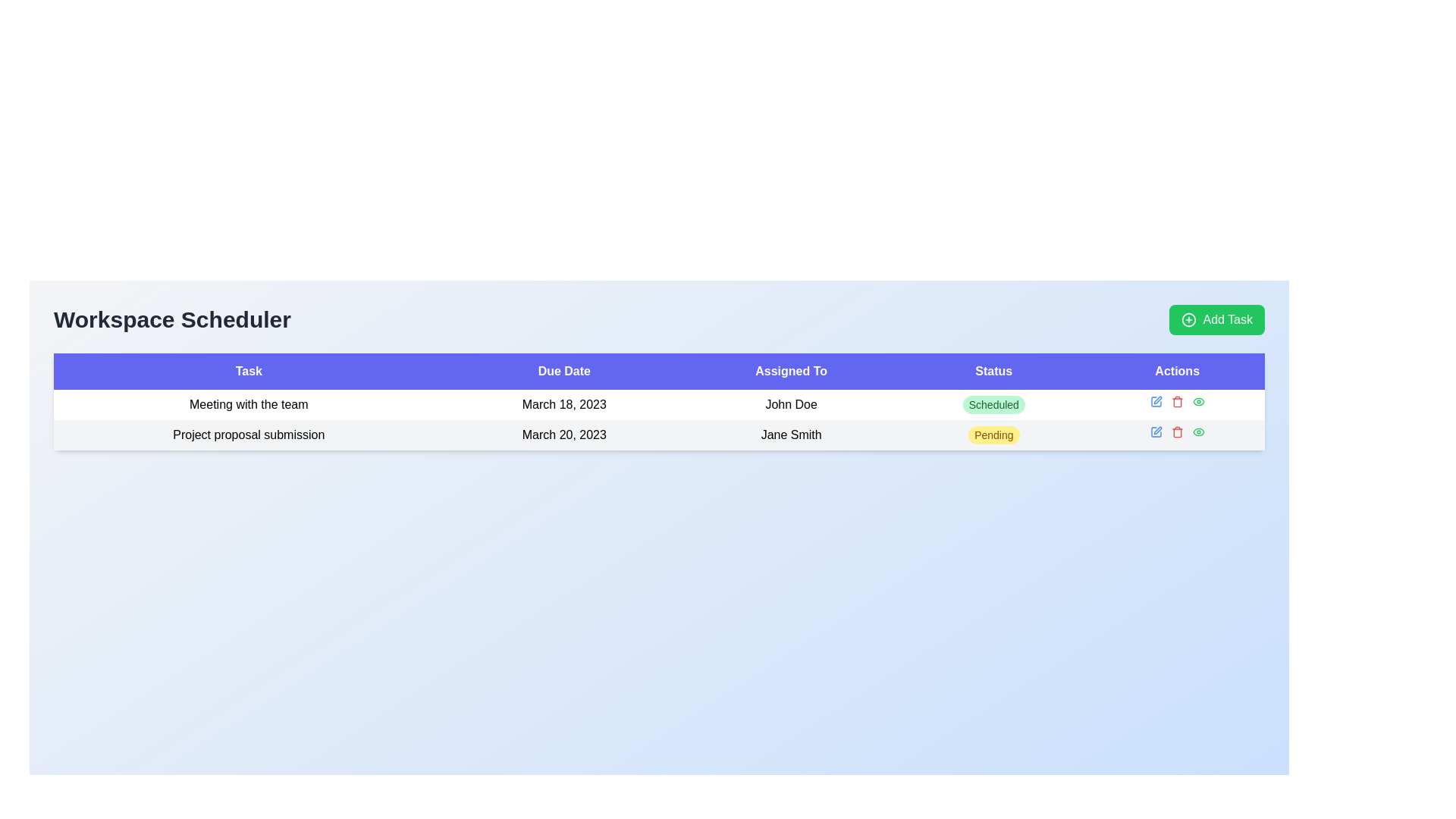 The image size is (1456, 819). What do you see at coordinates (249, 371) in the screenshot?
I see `the text label displaying 'Task' with a white font on a purple background in the header of the table layout` at bounding box center [249, 371].